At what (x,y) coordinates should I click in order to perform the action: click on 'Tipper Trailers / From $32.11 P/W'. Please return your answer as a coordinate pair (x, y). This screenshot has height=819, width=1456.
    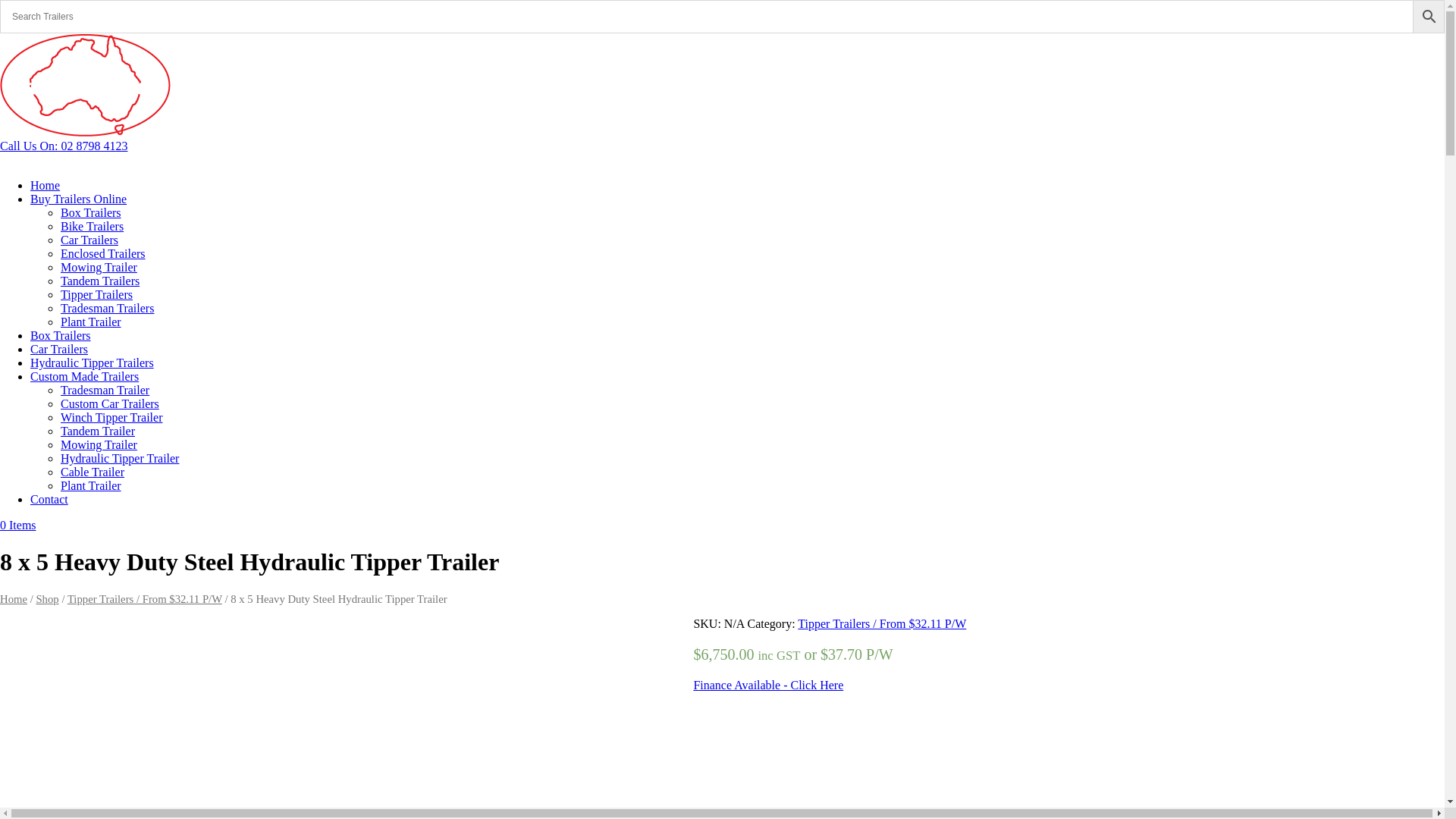
    Looking at the image, I should click on (881, 623).